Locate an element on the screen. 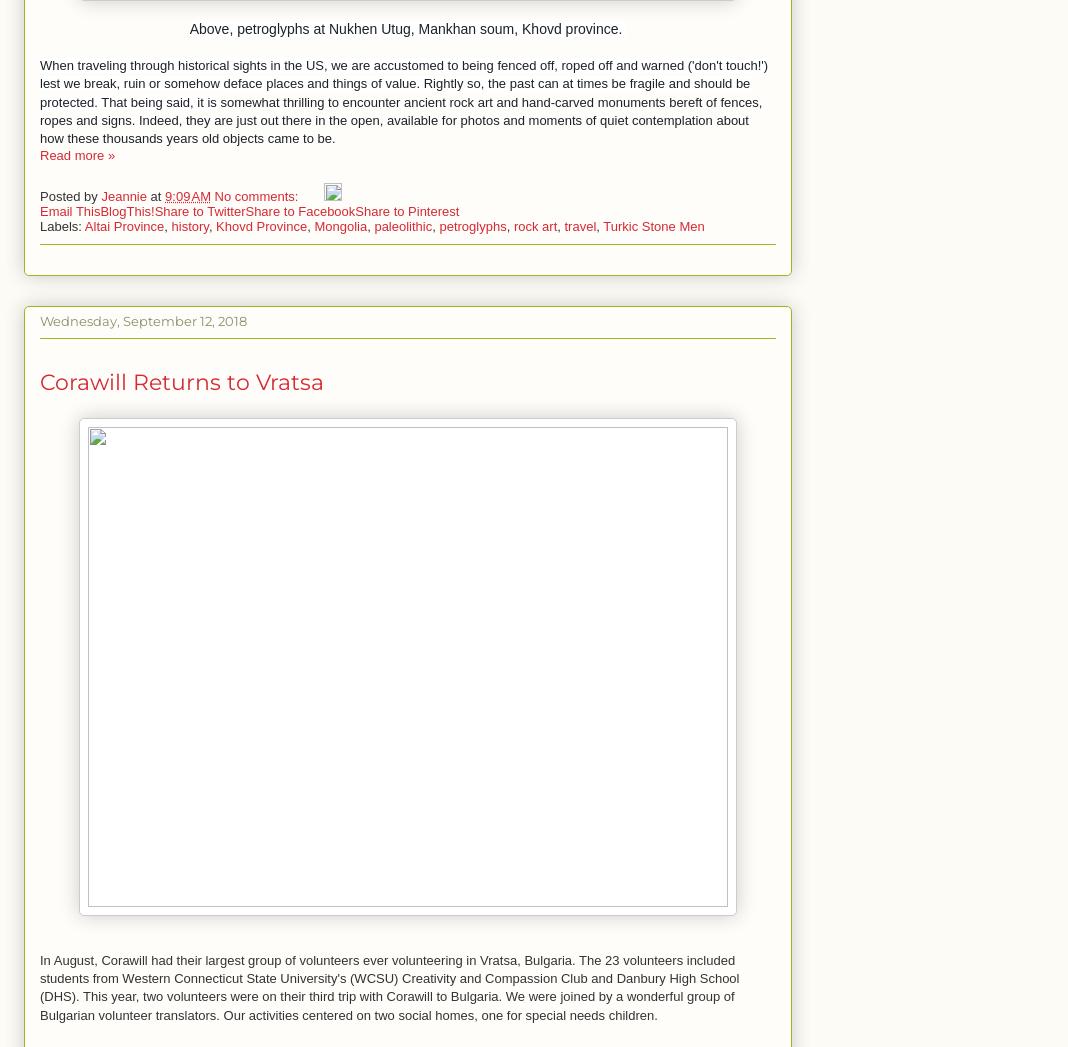 This screenshot has width=1068, height=1047. 'Posted by' is located at coordinates (69, 194).